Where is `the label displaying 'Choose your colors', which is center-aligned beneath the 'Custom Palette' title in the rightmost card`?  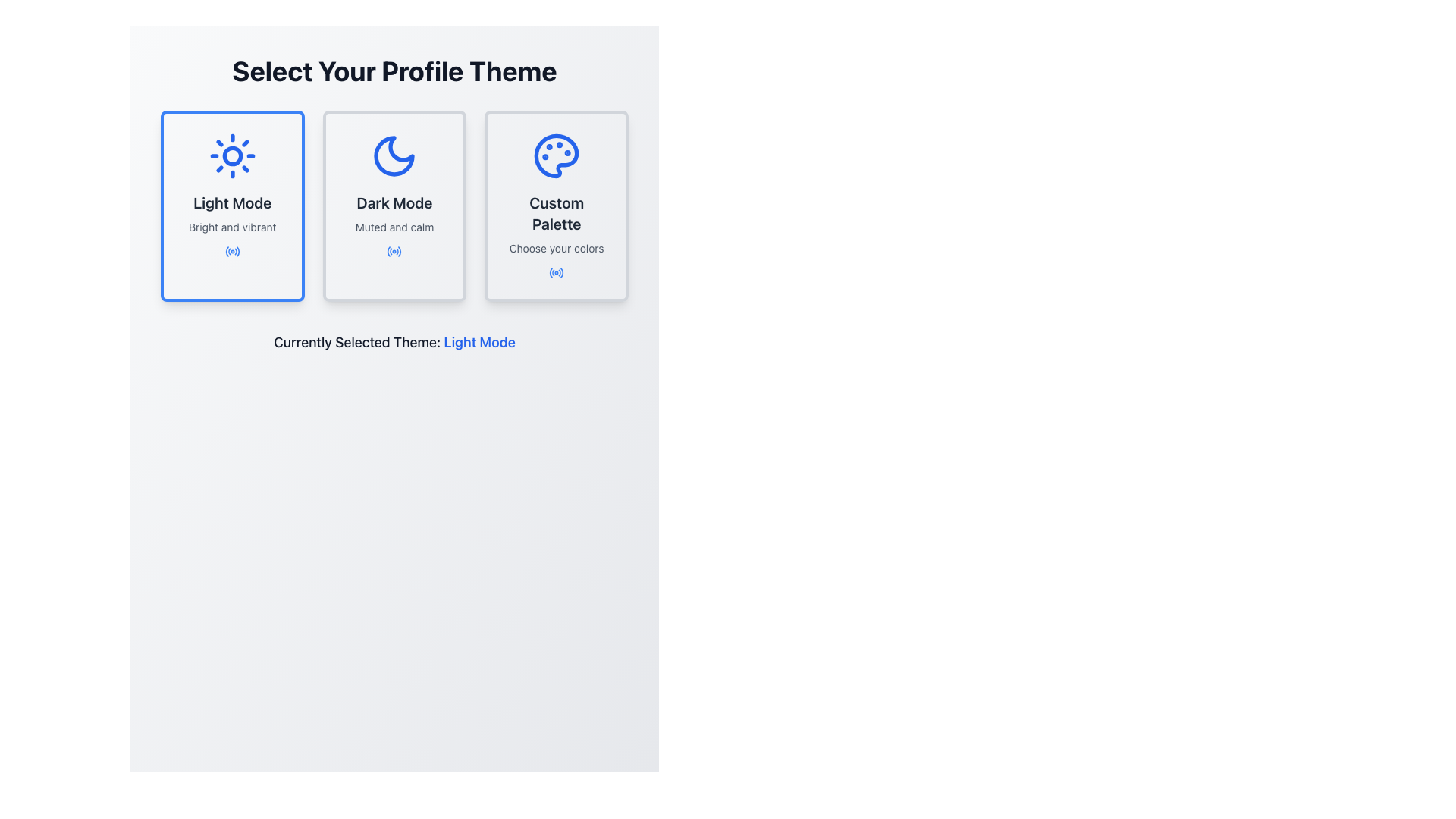
the label displaying 'Choose your colors', which is center-aligned beneath the 'Custom Palette' title in the rightmost card is located at coordinates (556, 247).